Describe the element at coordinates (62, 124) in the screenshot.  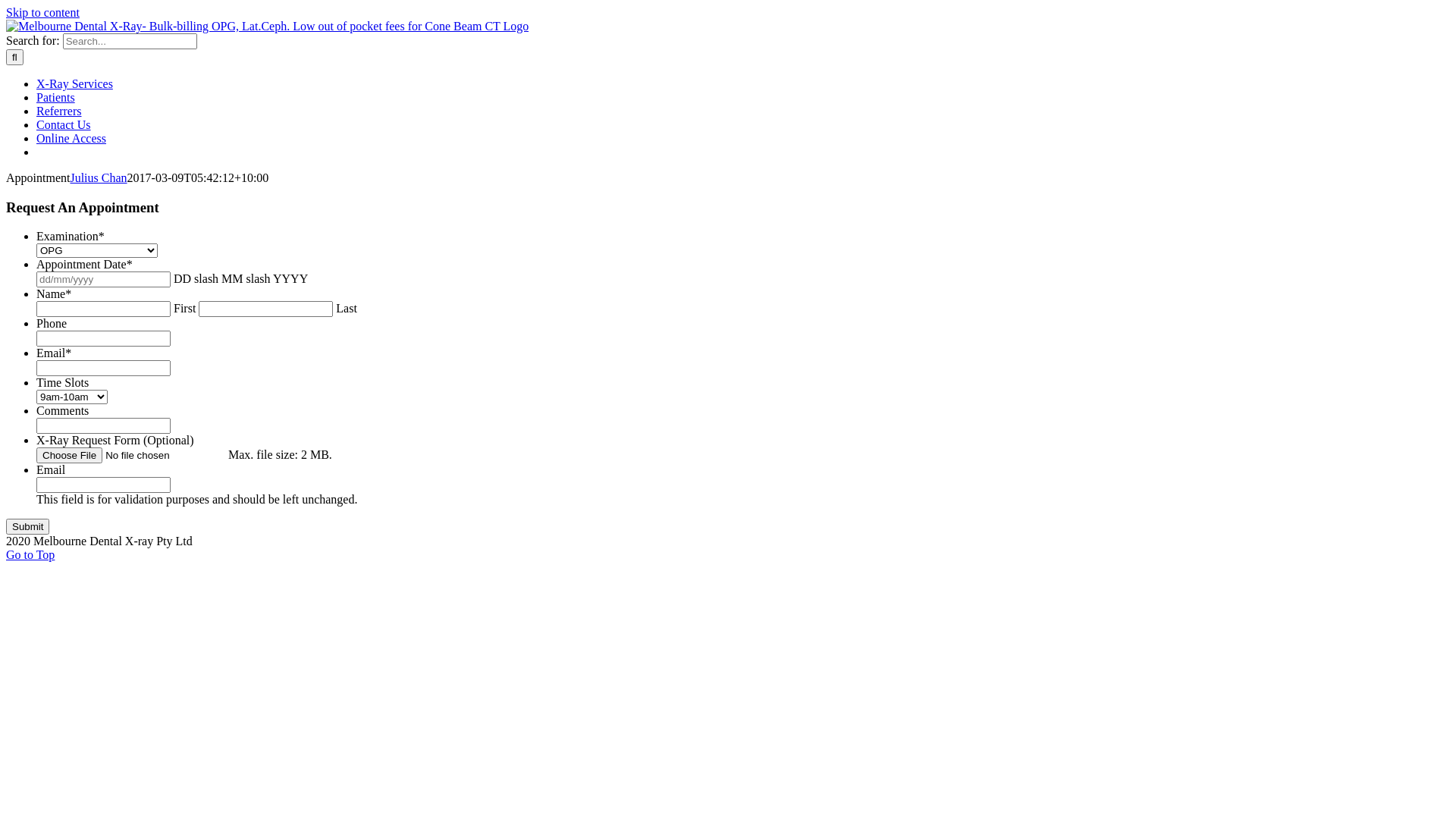
I see `'Contact Us'` at that location.